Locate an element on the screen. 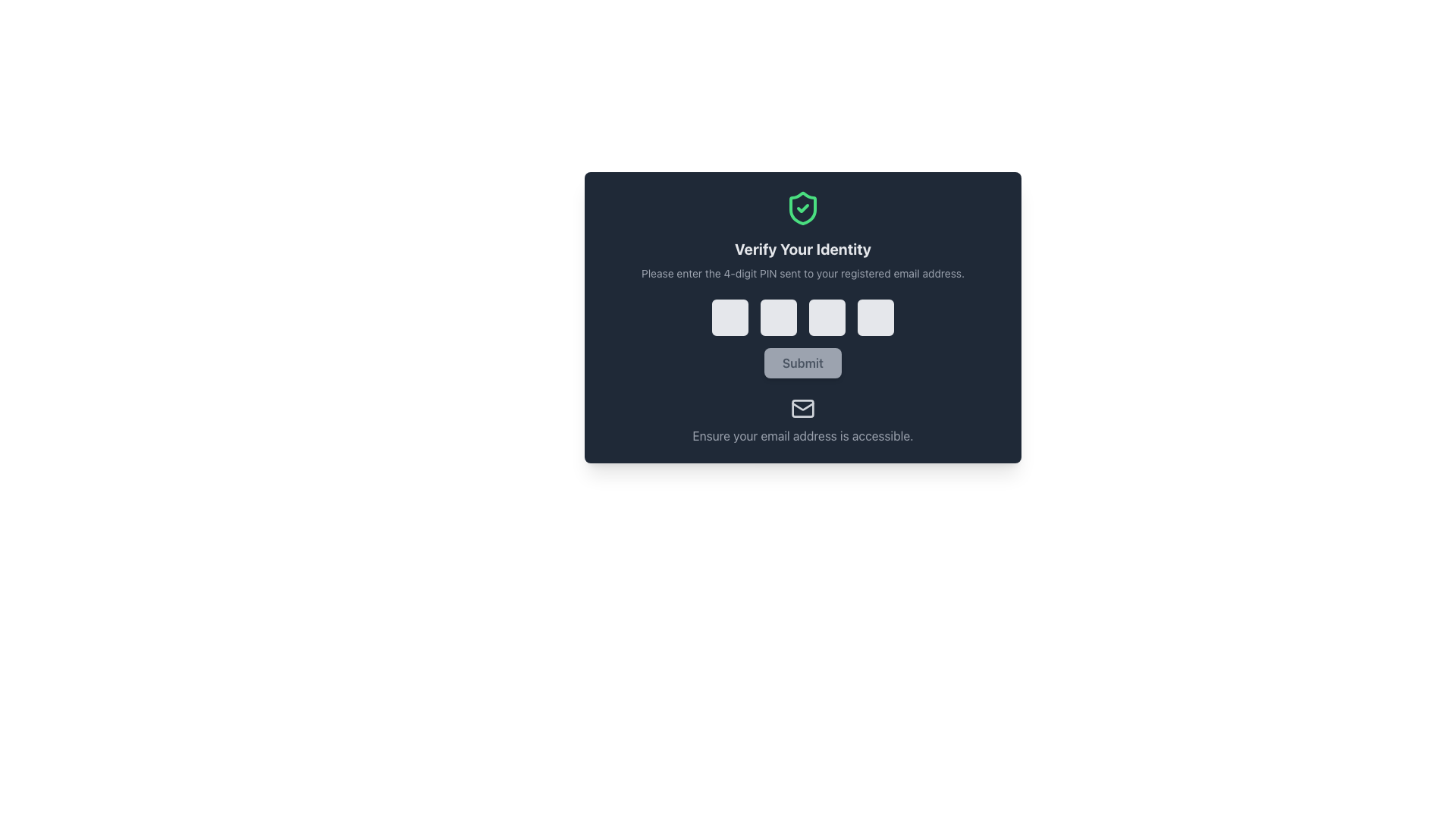  the grayish envelope icon component located at the lower section of the card layout is located at coordinates (802, 408).